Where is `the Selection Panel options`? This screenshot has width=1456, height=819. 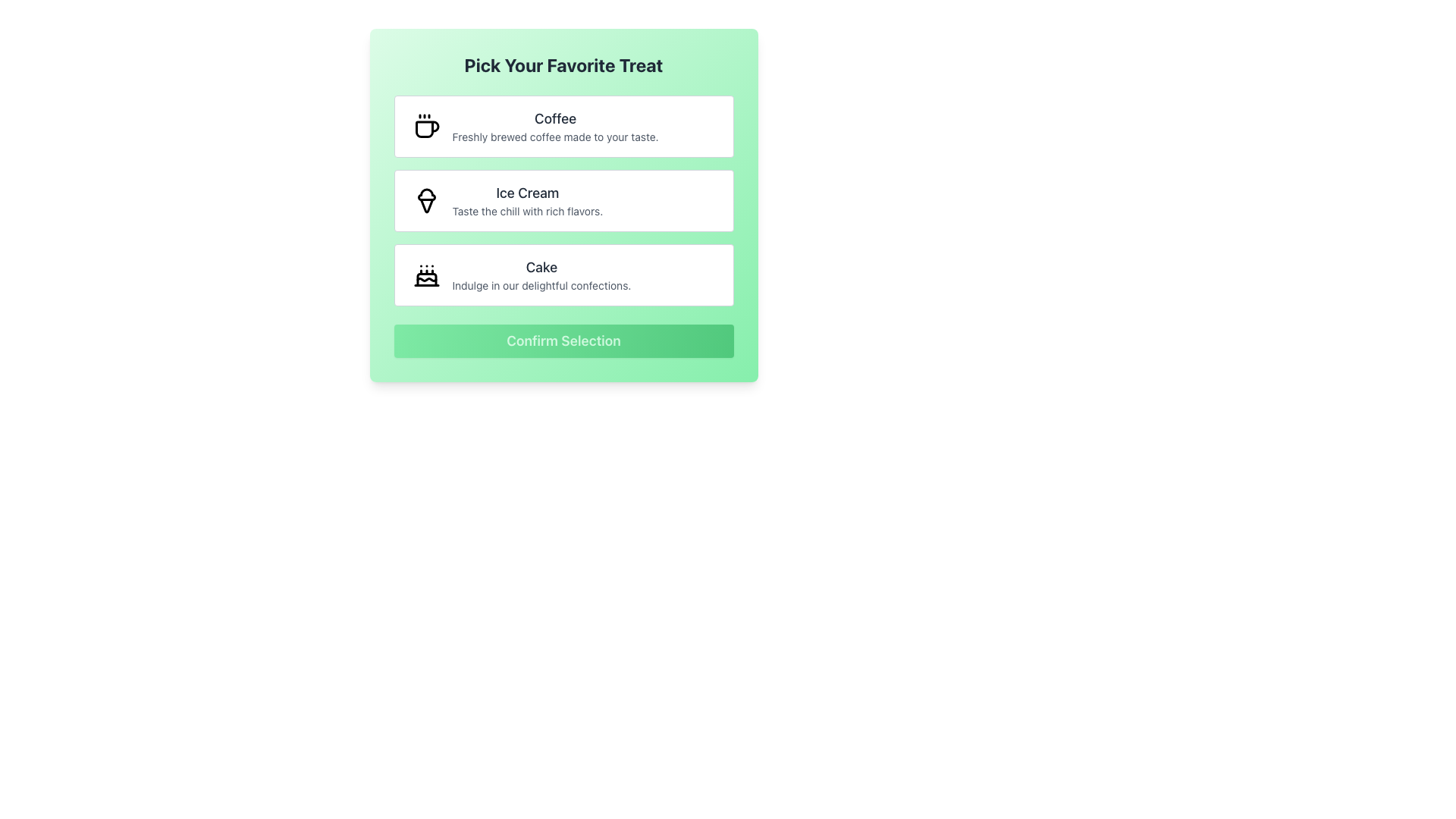
the Selection Panel options is located at coordinates (563, 200).